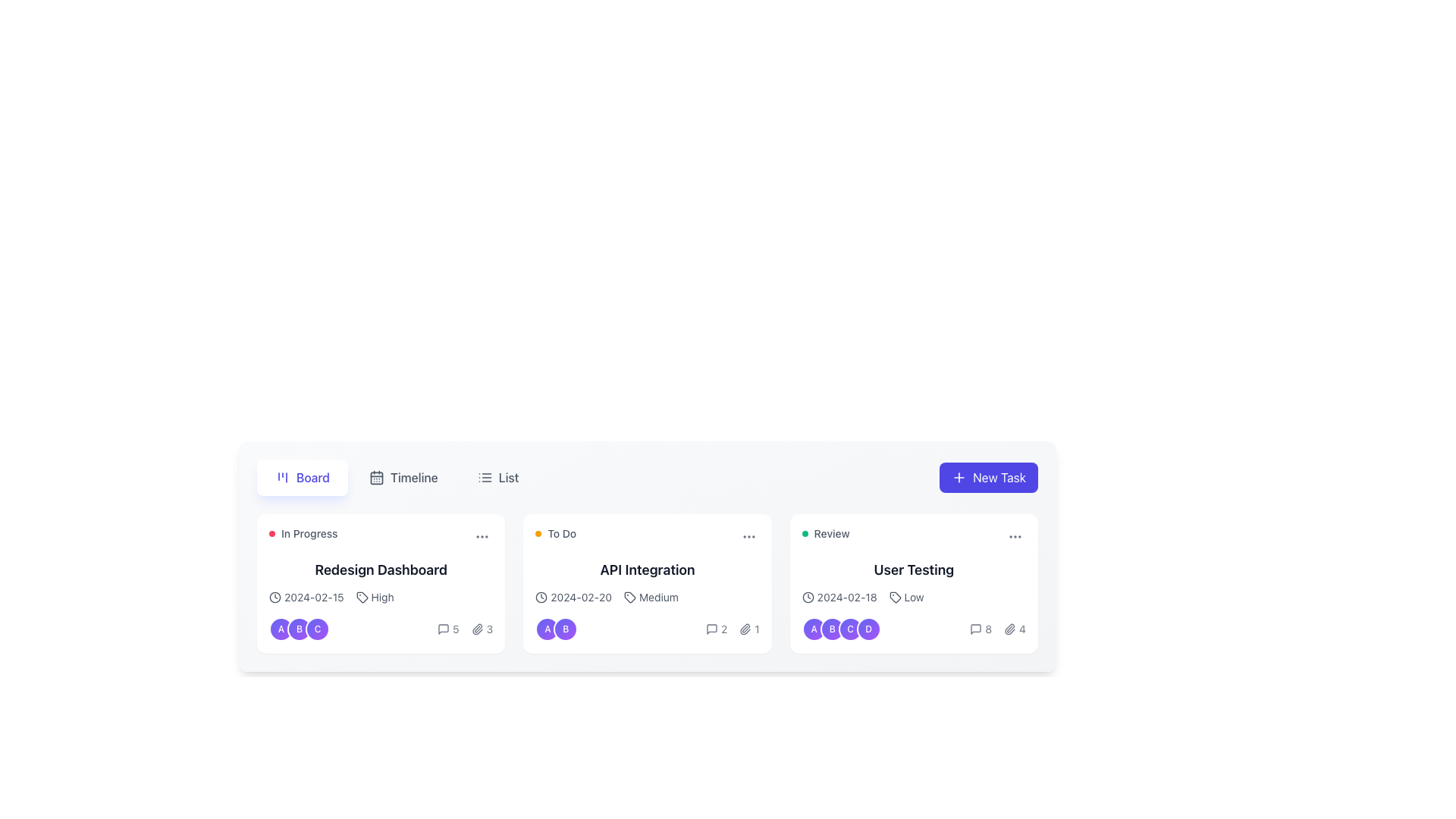 Image resolution: width=1456 pixels, height=819 pixels. I want to click on title or description text located at the top-center of the card in the 'Review' column, directly below the green 'Review' tag, so click(913, 570).